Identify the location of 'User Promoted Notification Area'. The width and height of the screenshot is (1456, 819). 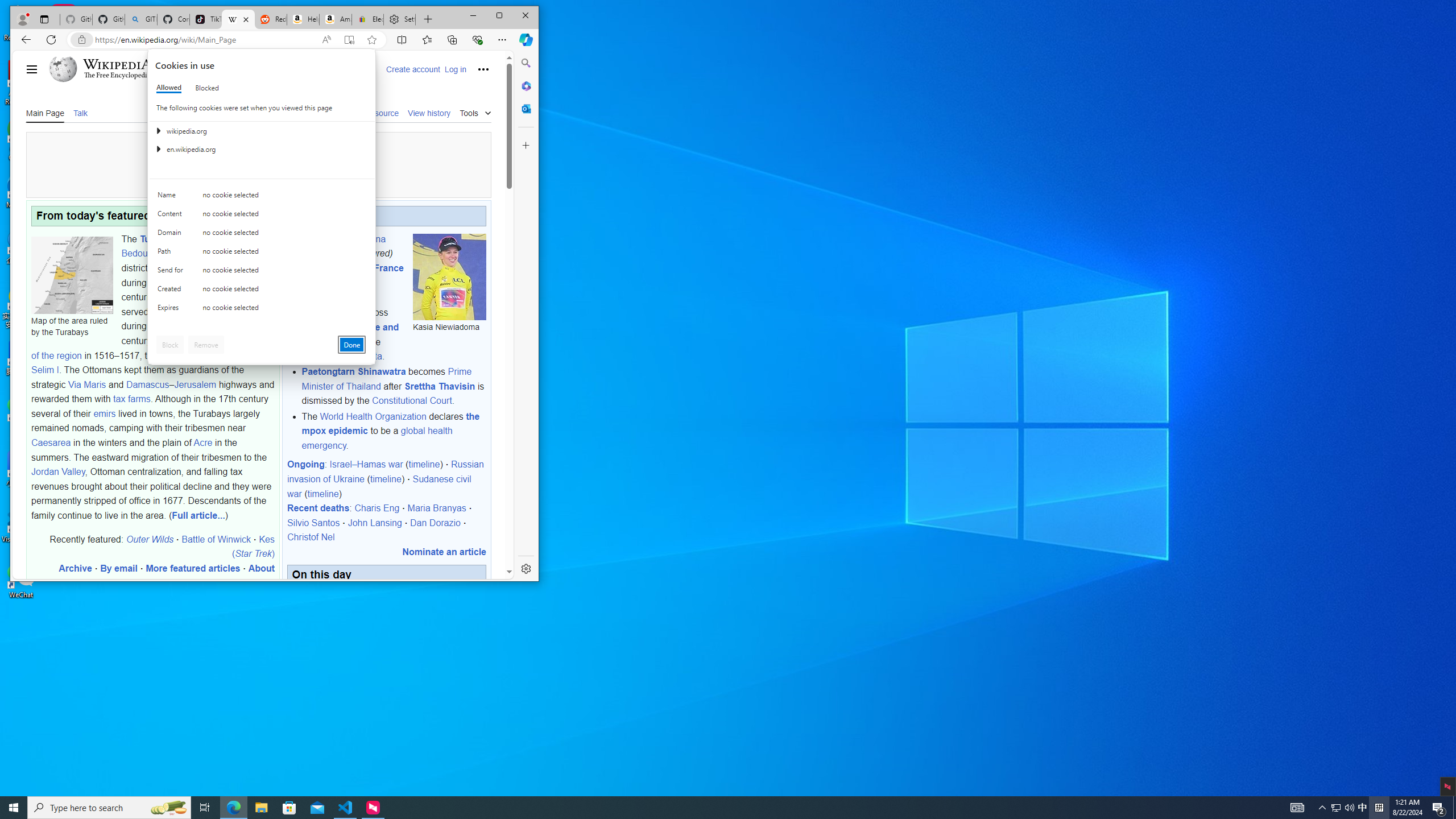
(1335, 806).